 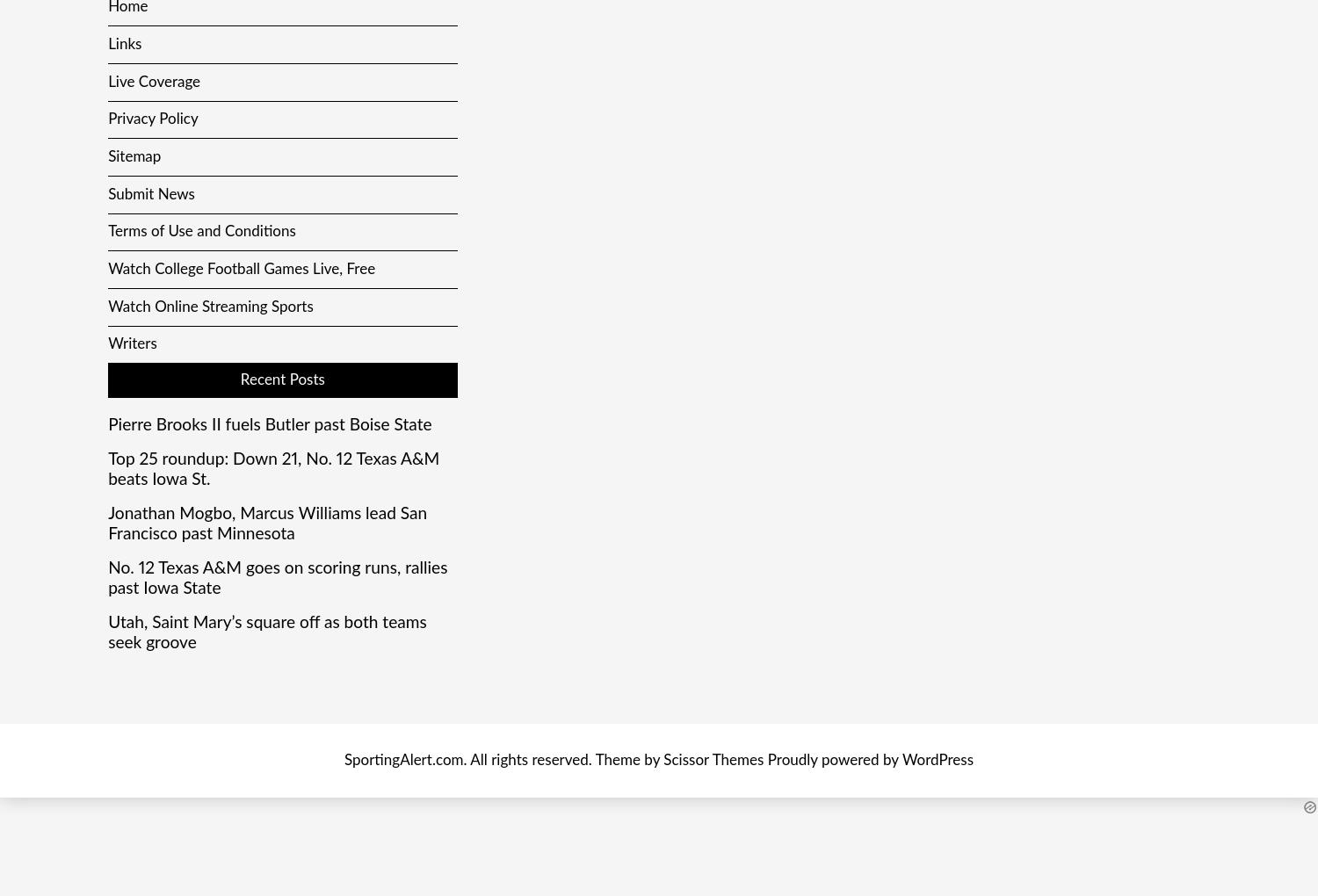 What do you see at coordinates (902, 759) in the screenshot?
I see `'WordPress'` at bounding box center [902, 759].